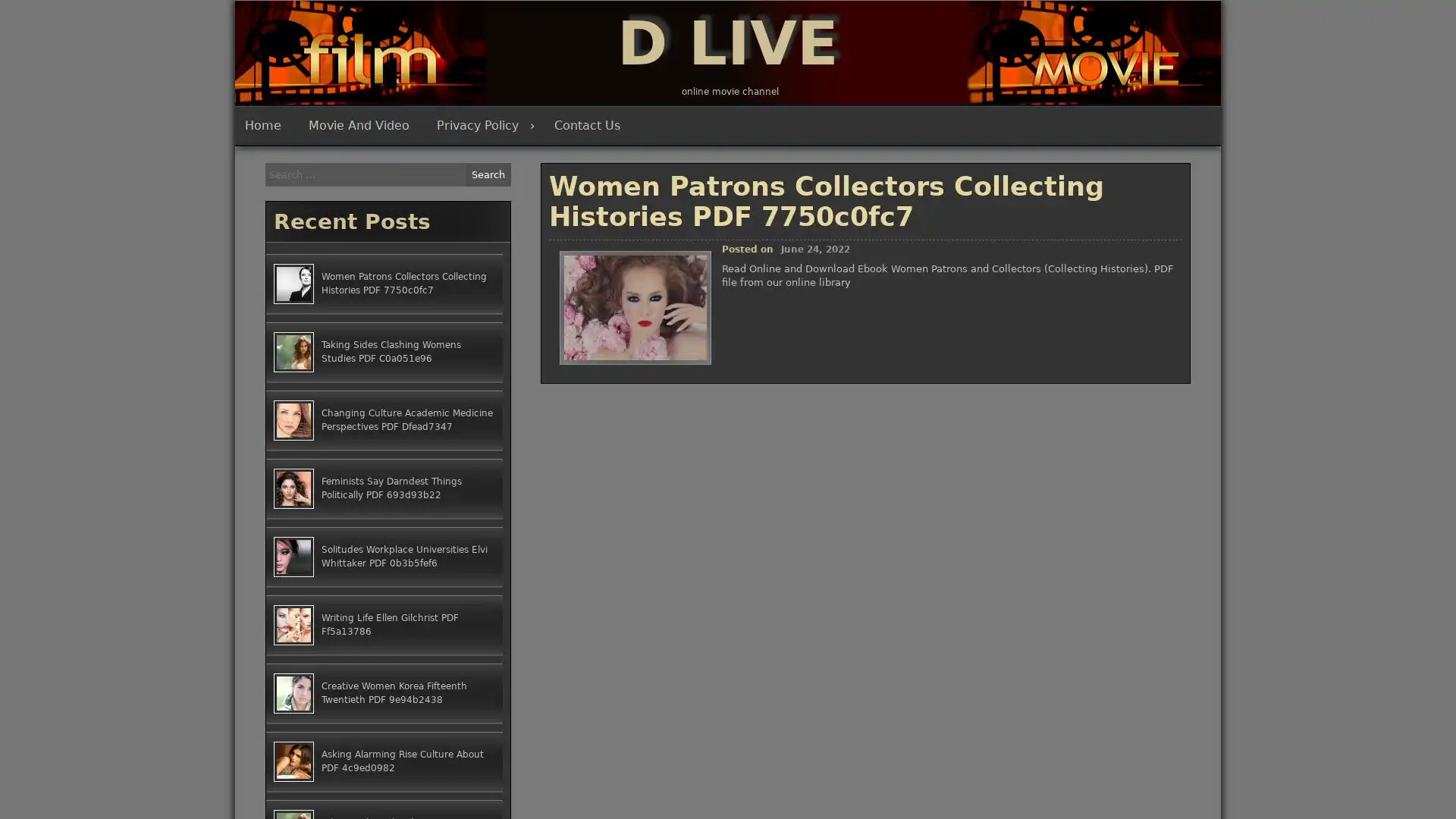 The image size is (1456, 819). What do you see at coordinates (488, 174) in the screenshot?
I see `Search` at bounding box center [488, 174].